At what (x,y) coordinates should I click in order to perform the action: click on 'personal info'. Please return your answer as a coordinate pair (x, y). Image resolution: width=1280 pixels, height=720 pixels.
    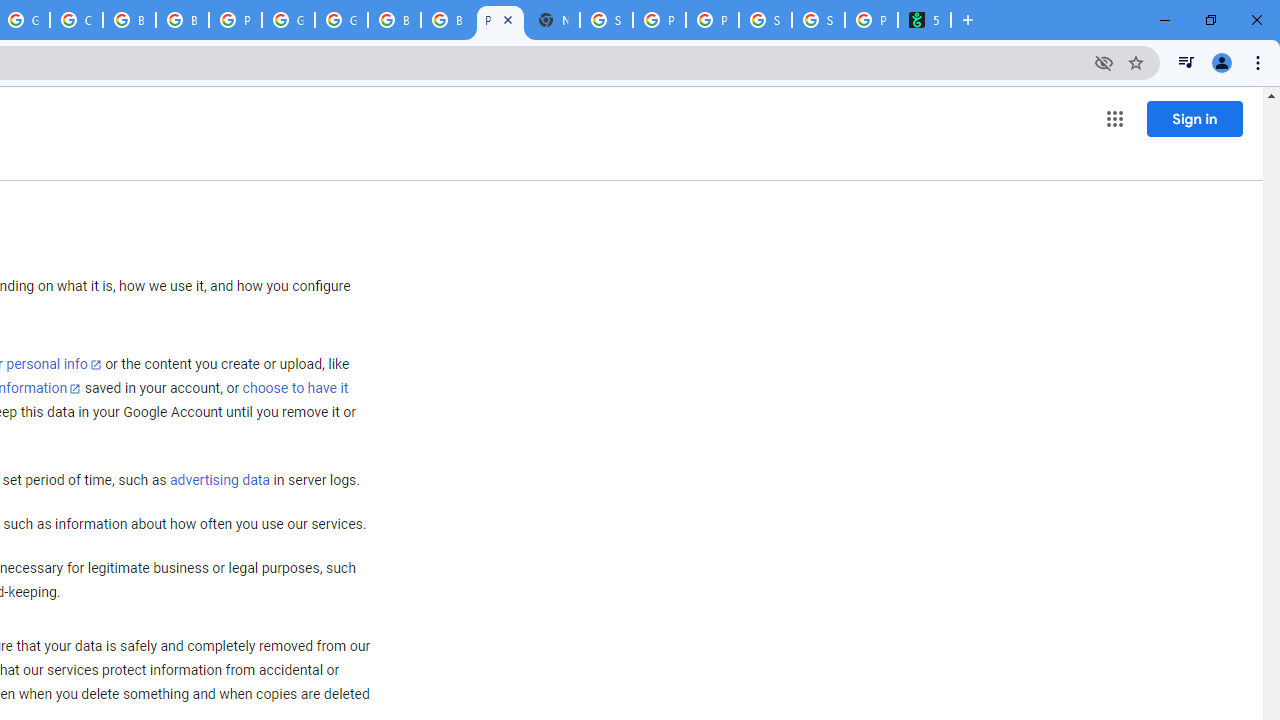
    Looking at the image, I should click on (54, 364).